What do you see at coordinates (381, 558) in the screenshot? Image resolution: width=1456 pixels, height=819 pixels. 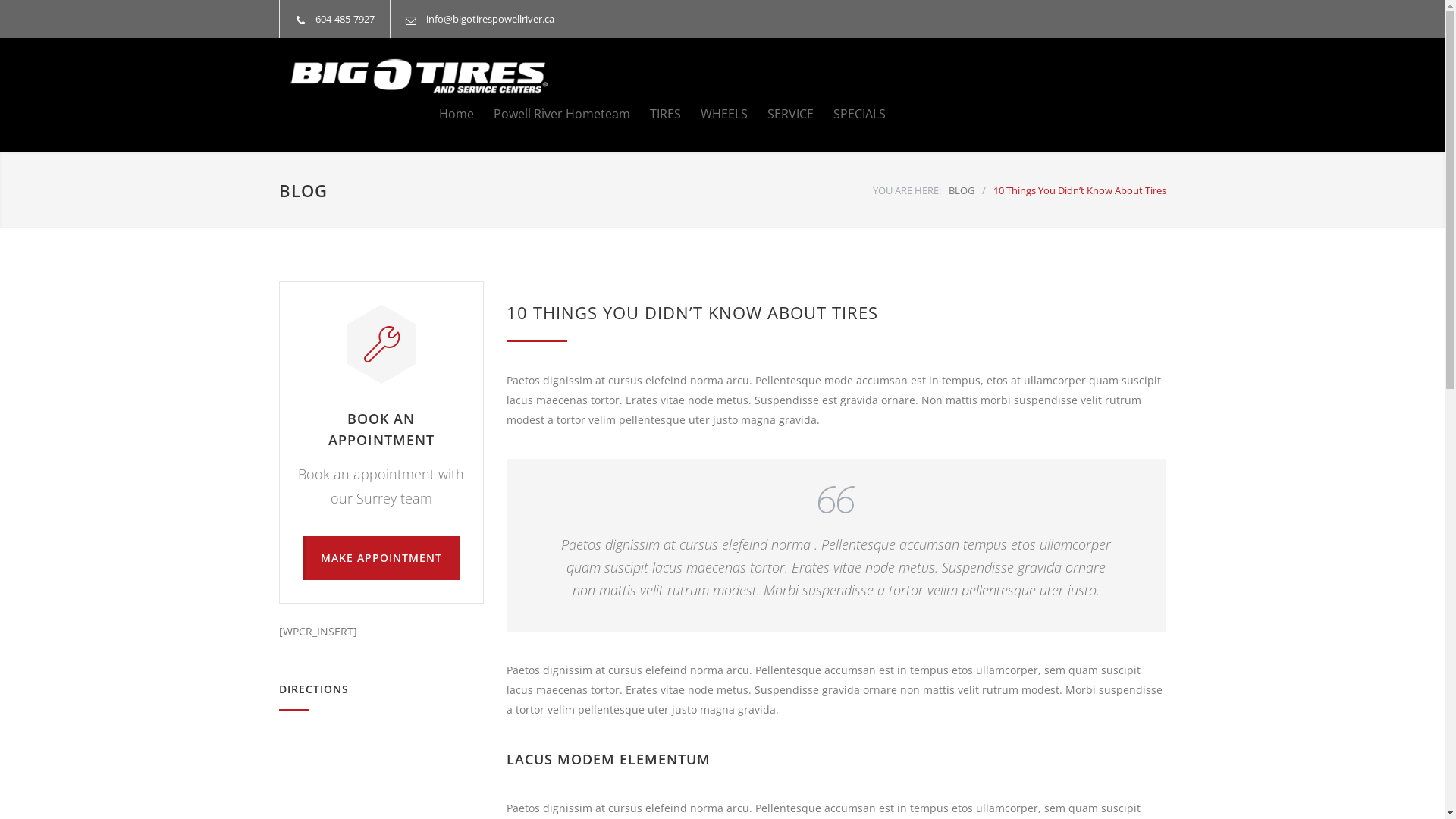 I see `'MAKE APPOINTMENT'` at bounding box center [381, 558].